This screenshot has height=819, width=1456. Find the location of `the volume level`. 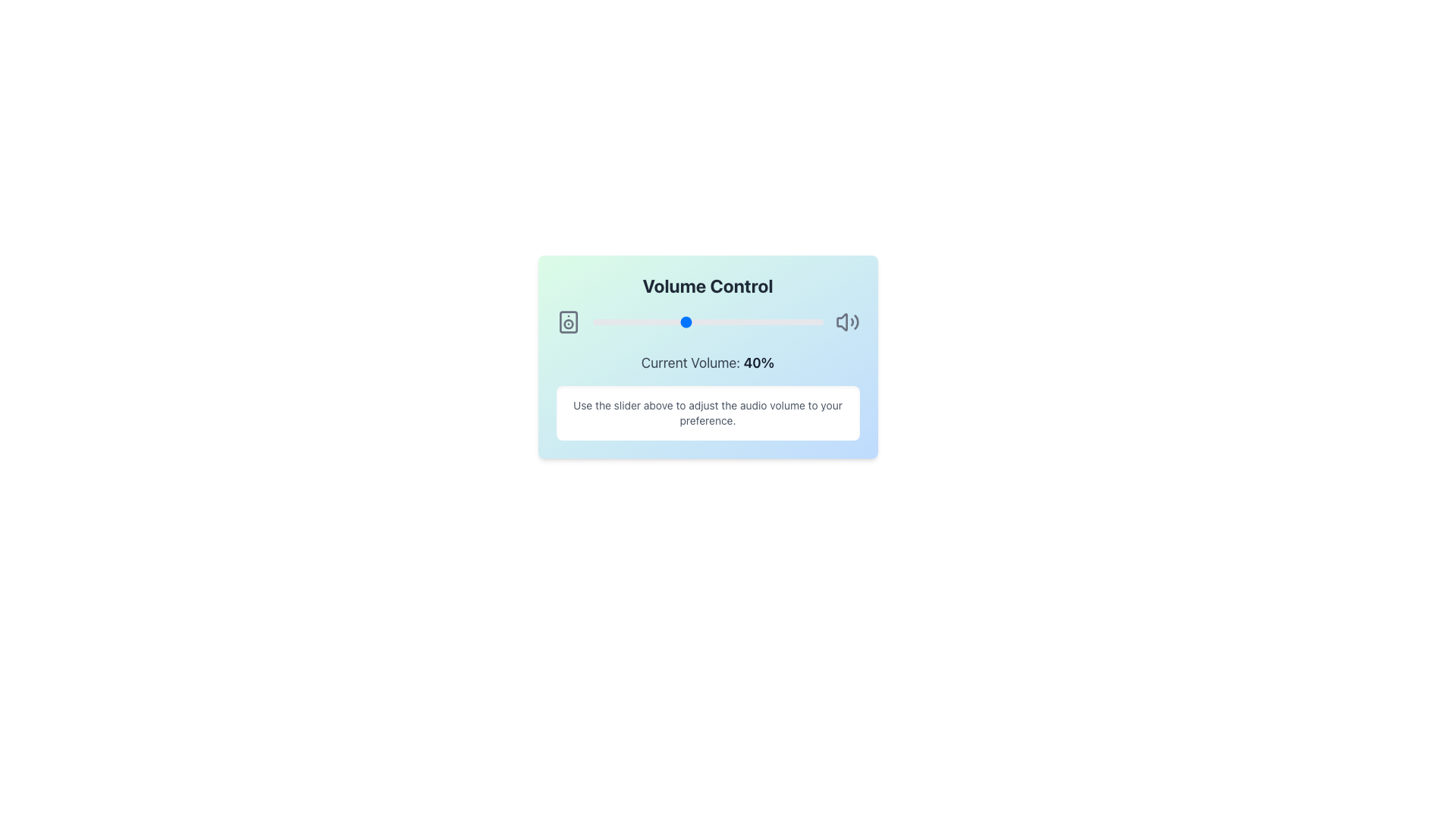

the volume level is located at coordinates (670, 321).